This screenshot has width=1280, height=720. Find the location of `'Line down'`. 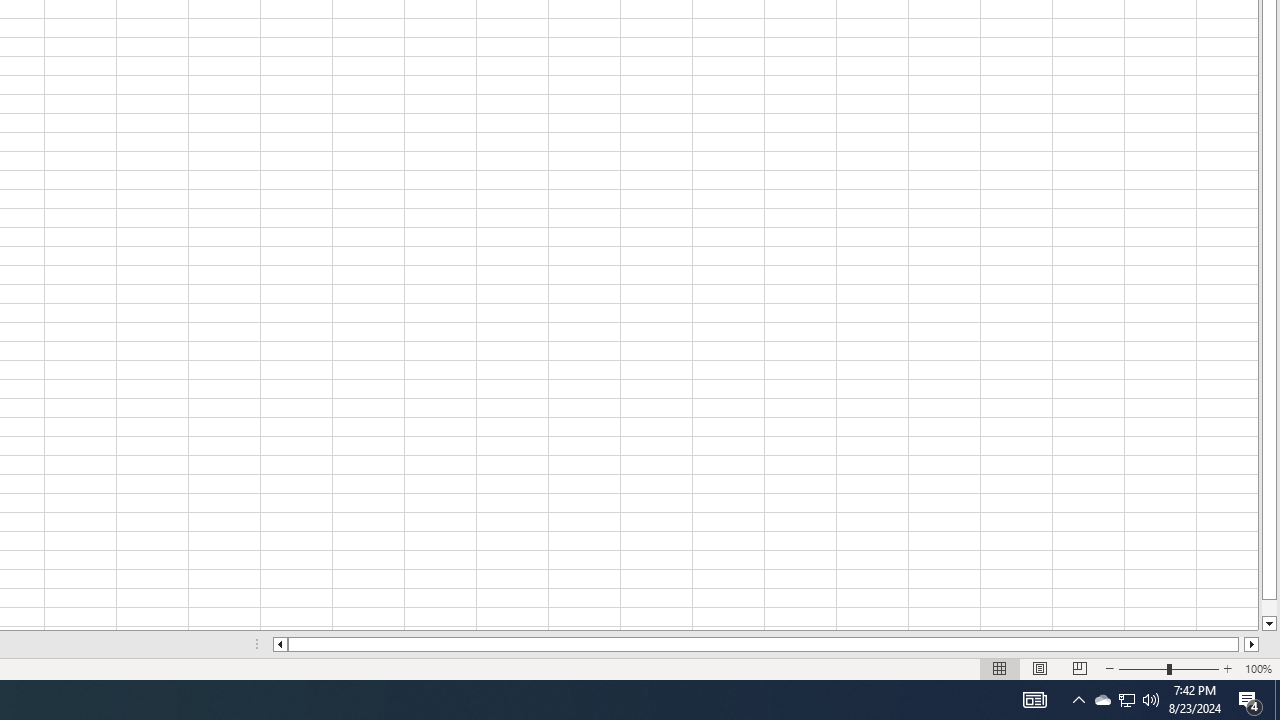

'Line down' is located at coordinates (1268, 623).